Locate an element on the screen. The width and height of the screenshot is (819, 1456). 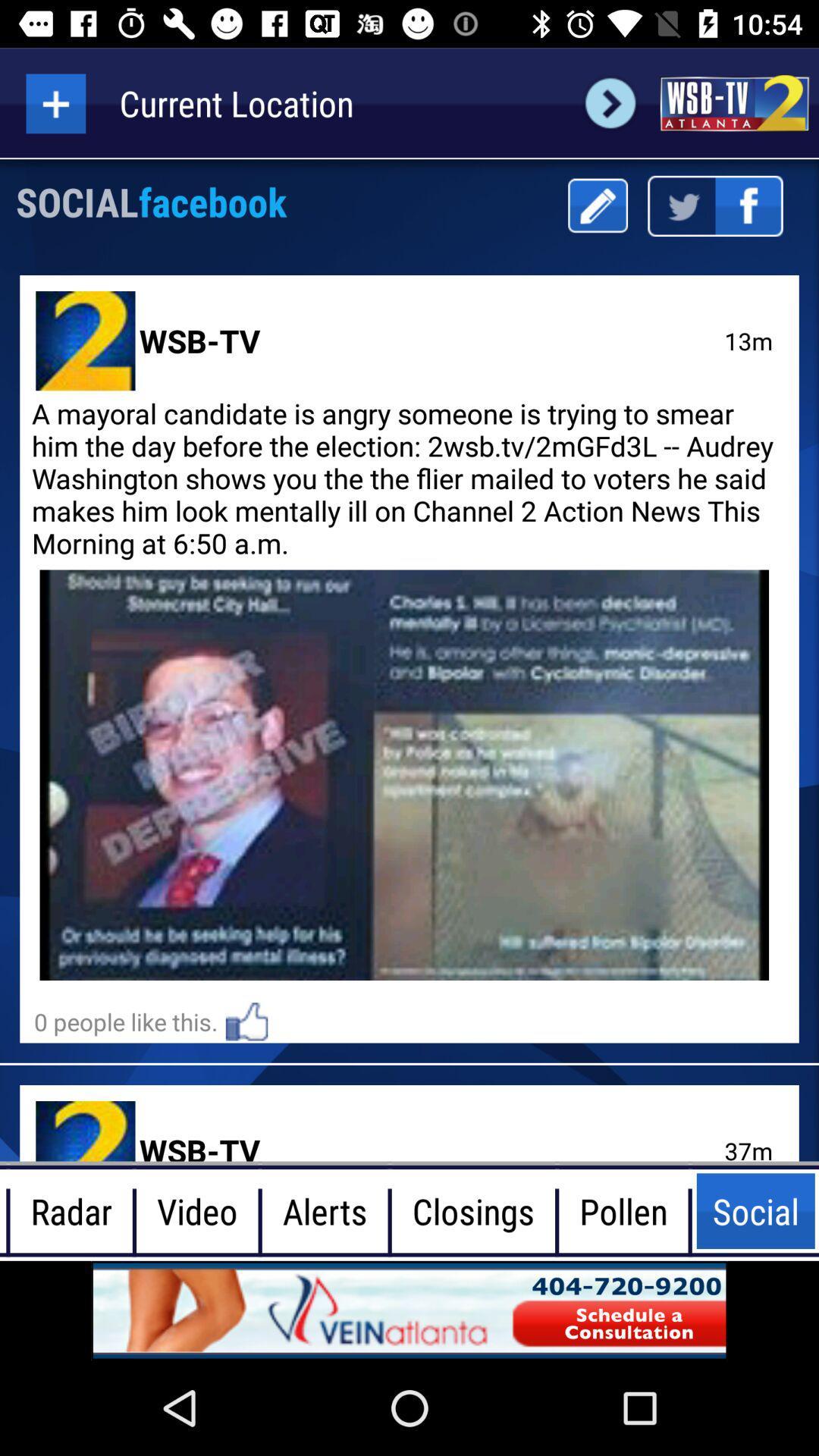
botton is located at coordinates (55, 102).